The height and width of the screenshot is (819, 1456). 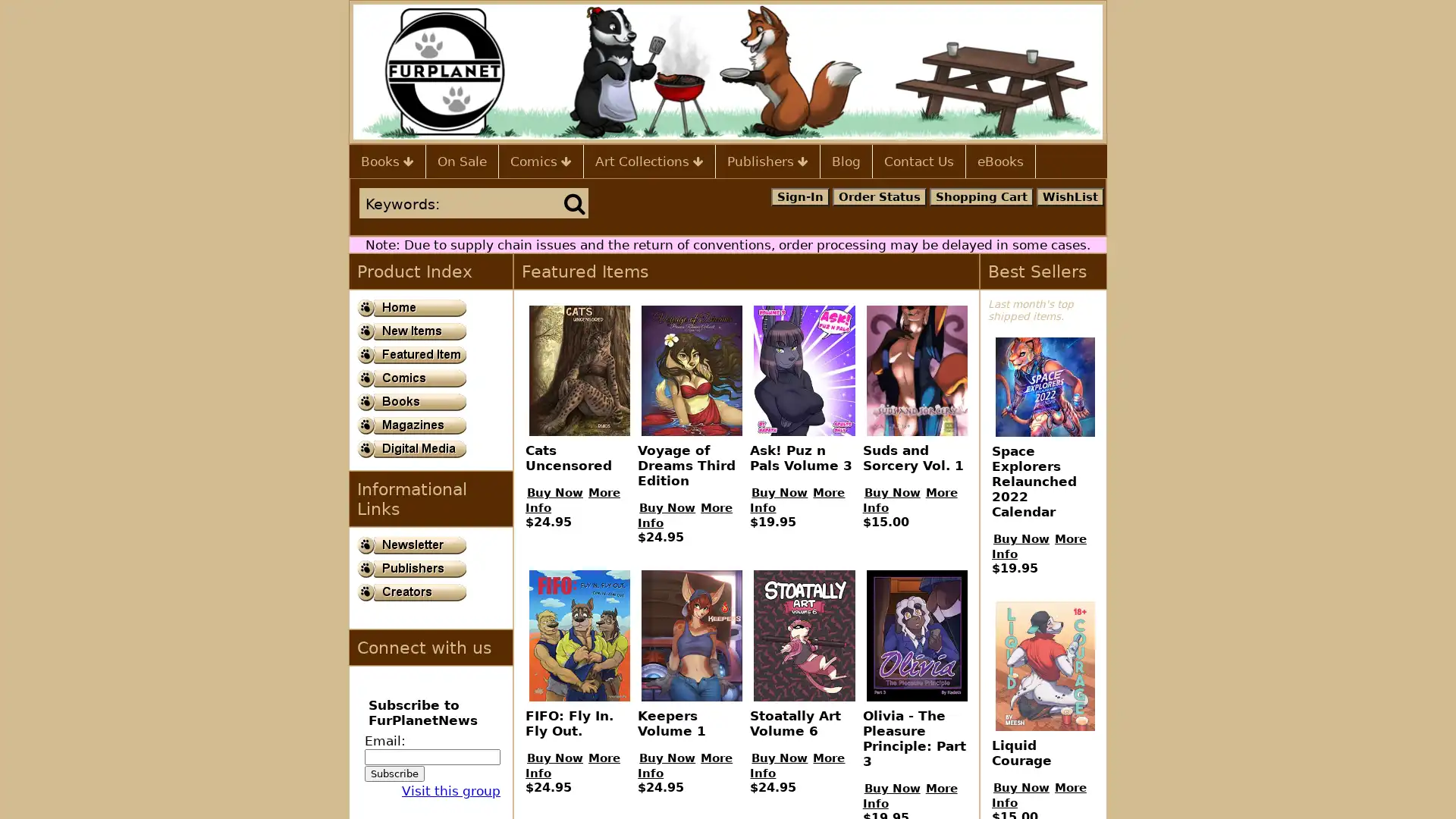 I want to click on Subscribe, so click(x=394, y=773).